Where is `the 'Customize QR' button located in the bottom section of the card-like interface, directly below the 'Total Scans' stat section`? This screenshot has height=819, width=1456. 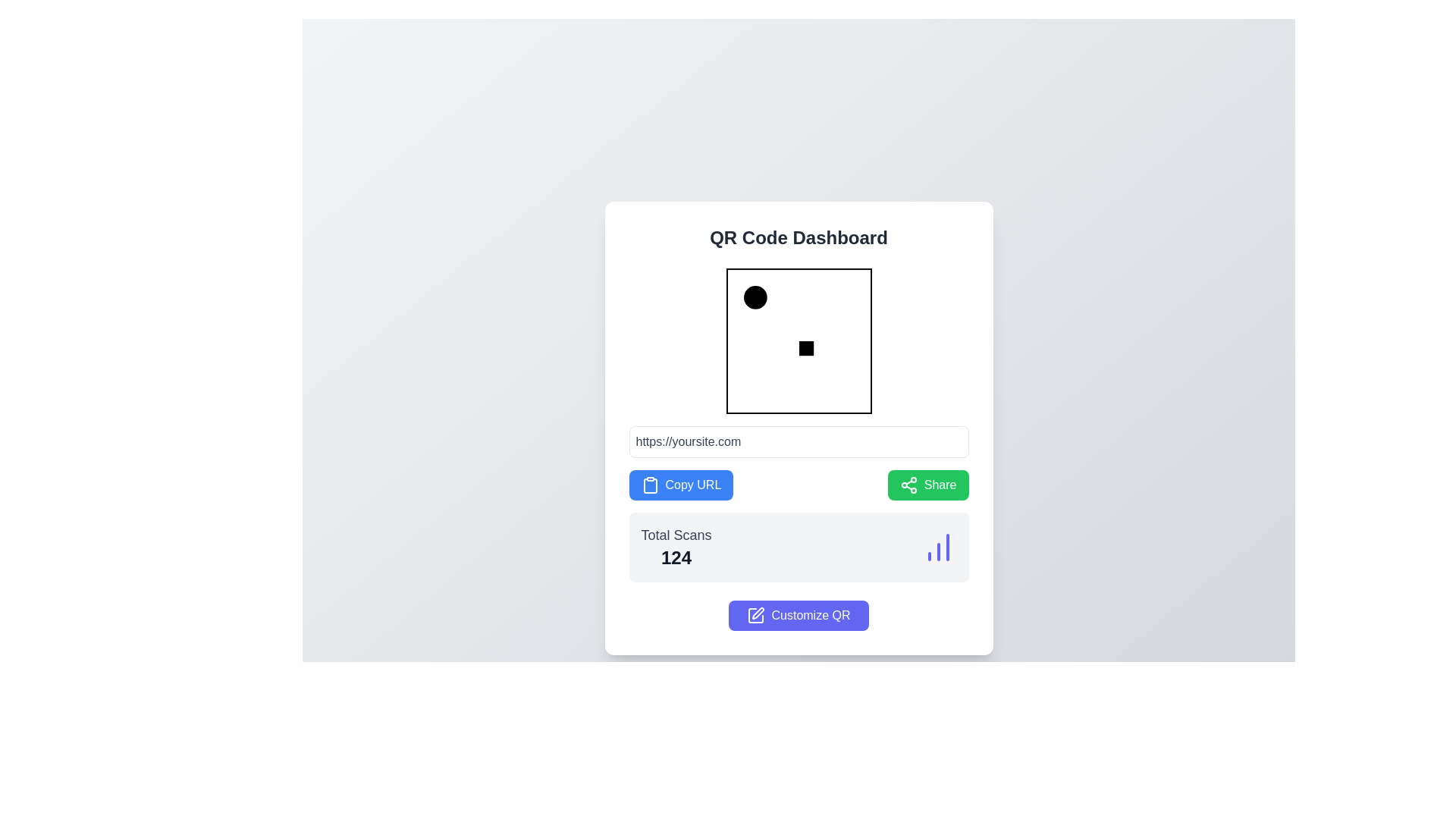 the 'Customize QR' button located in the bottom section of the card-like interface, directly below the 'Total Scans' stat section is located at coordinates (798, 616).